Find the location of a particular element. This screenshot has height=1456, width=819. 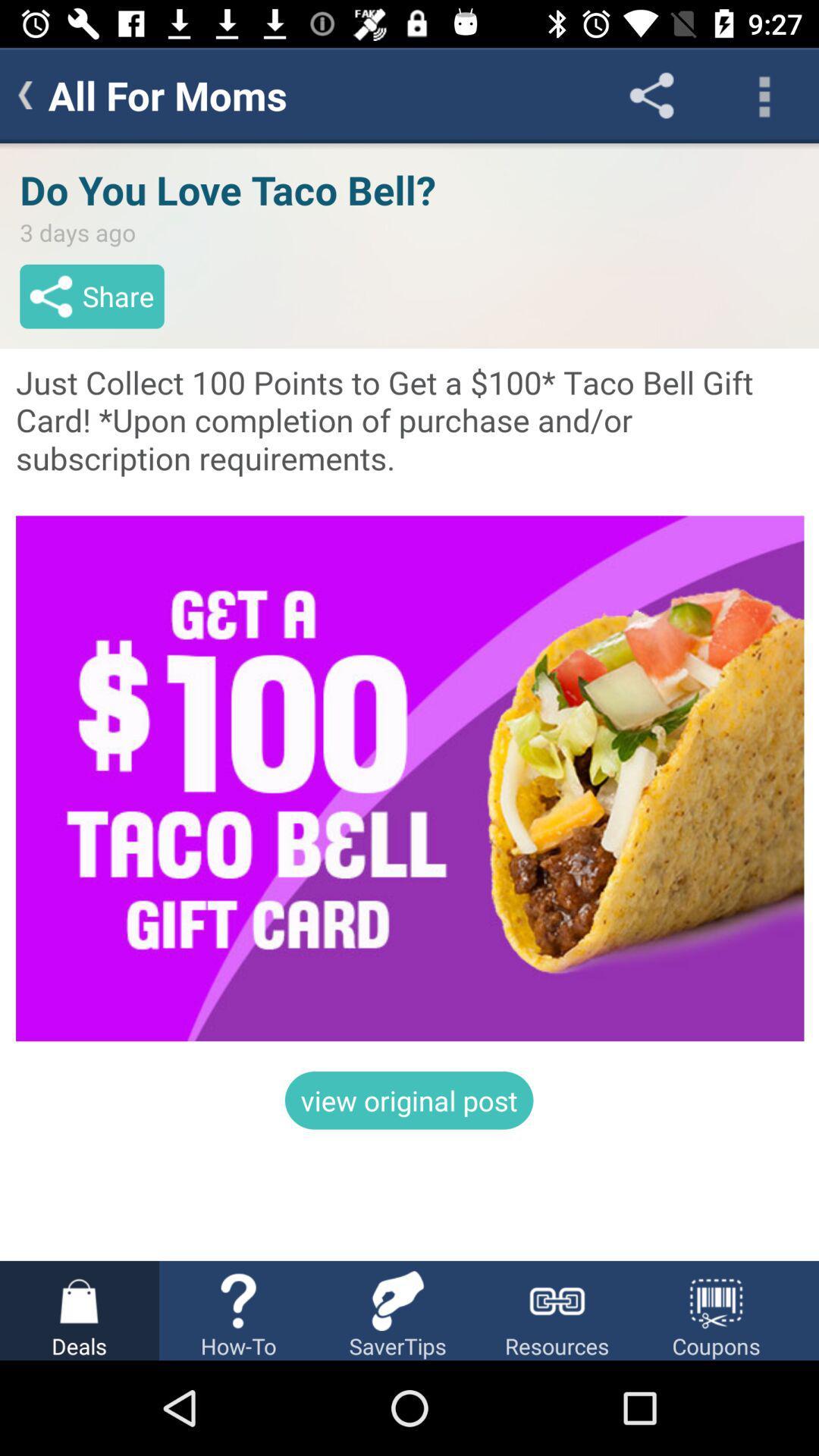

the text view original post is located at coordinates (409, 1100).